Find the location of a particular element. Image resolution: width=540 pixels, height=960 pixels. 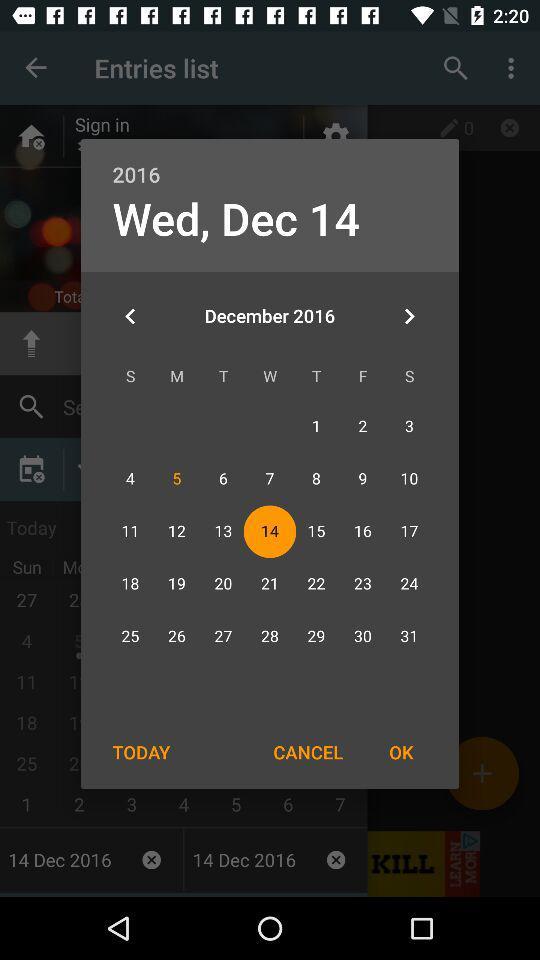

the icon above the wed, dec 14 item is located at coordinates (270, 162).